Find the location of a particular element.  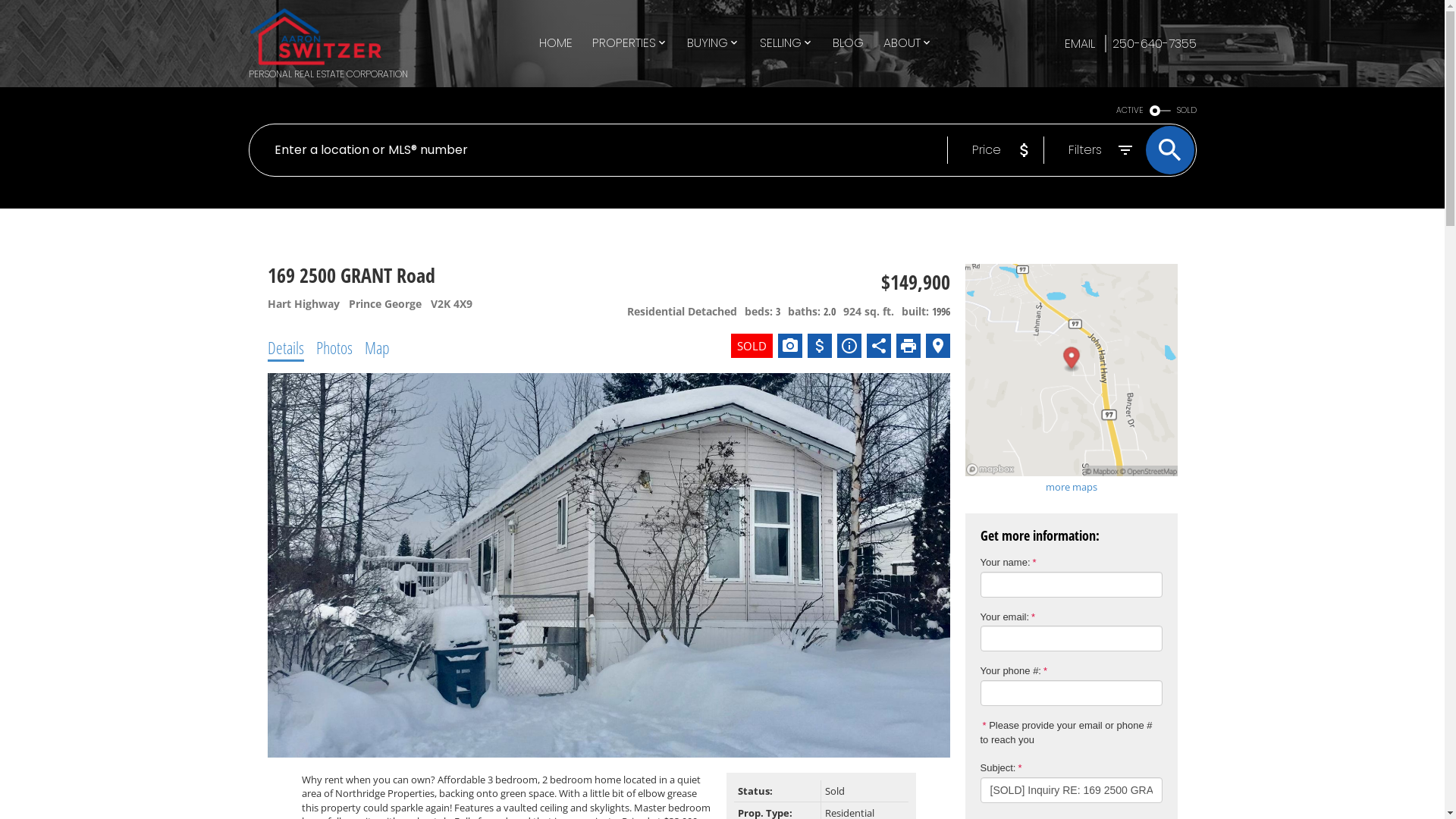

'Print listing' is located at coordinates (908, 345).